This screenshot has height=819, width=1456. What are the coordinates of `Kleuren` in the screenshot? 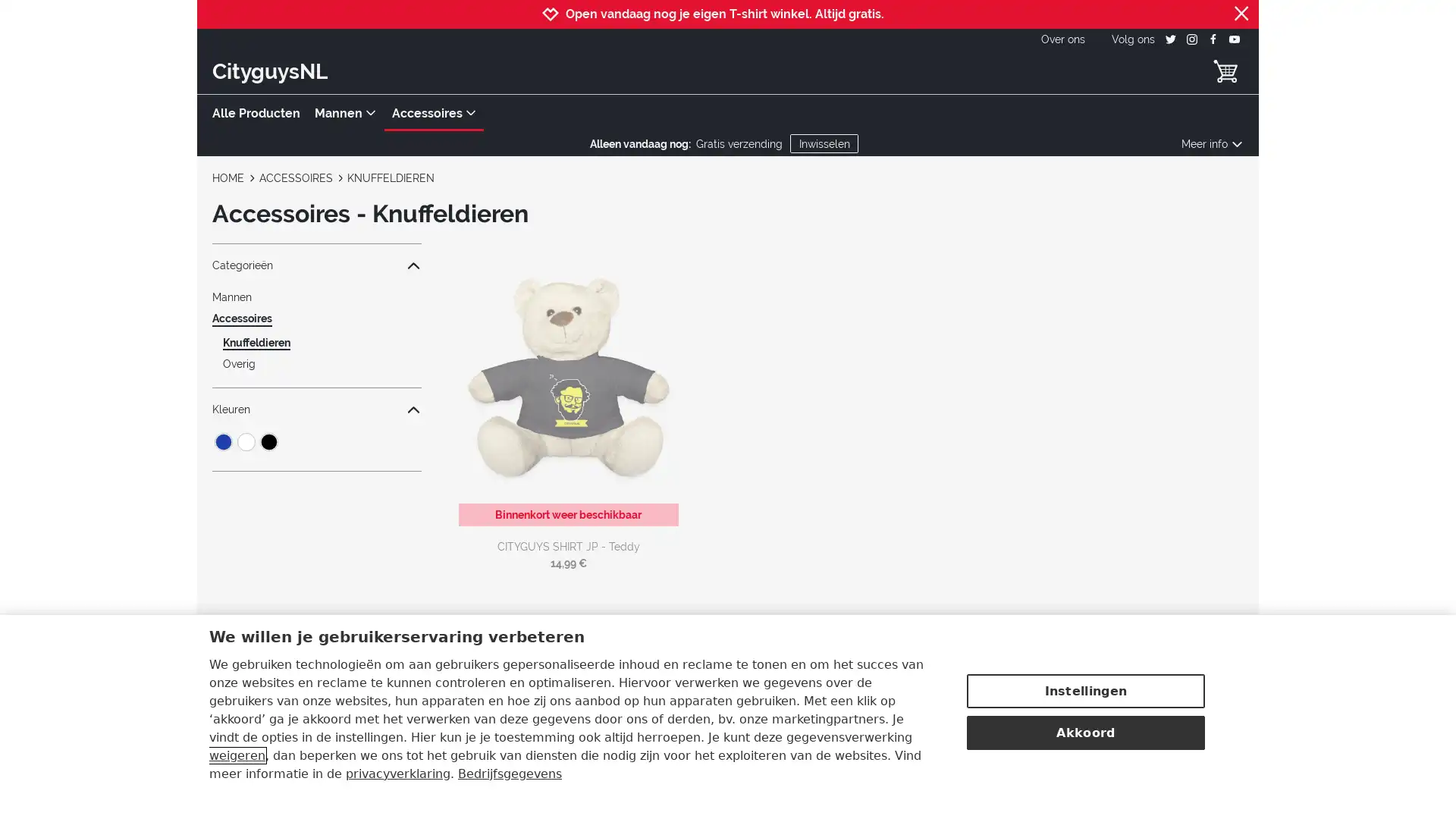 It's located at (315, 409).